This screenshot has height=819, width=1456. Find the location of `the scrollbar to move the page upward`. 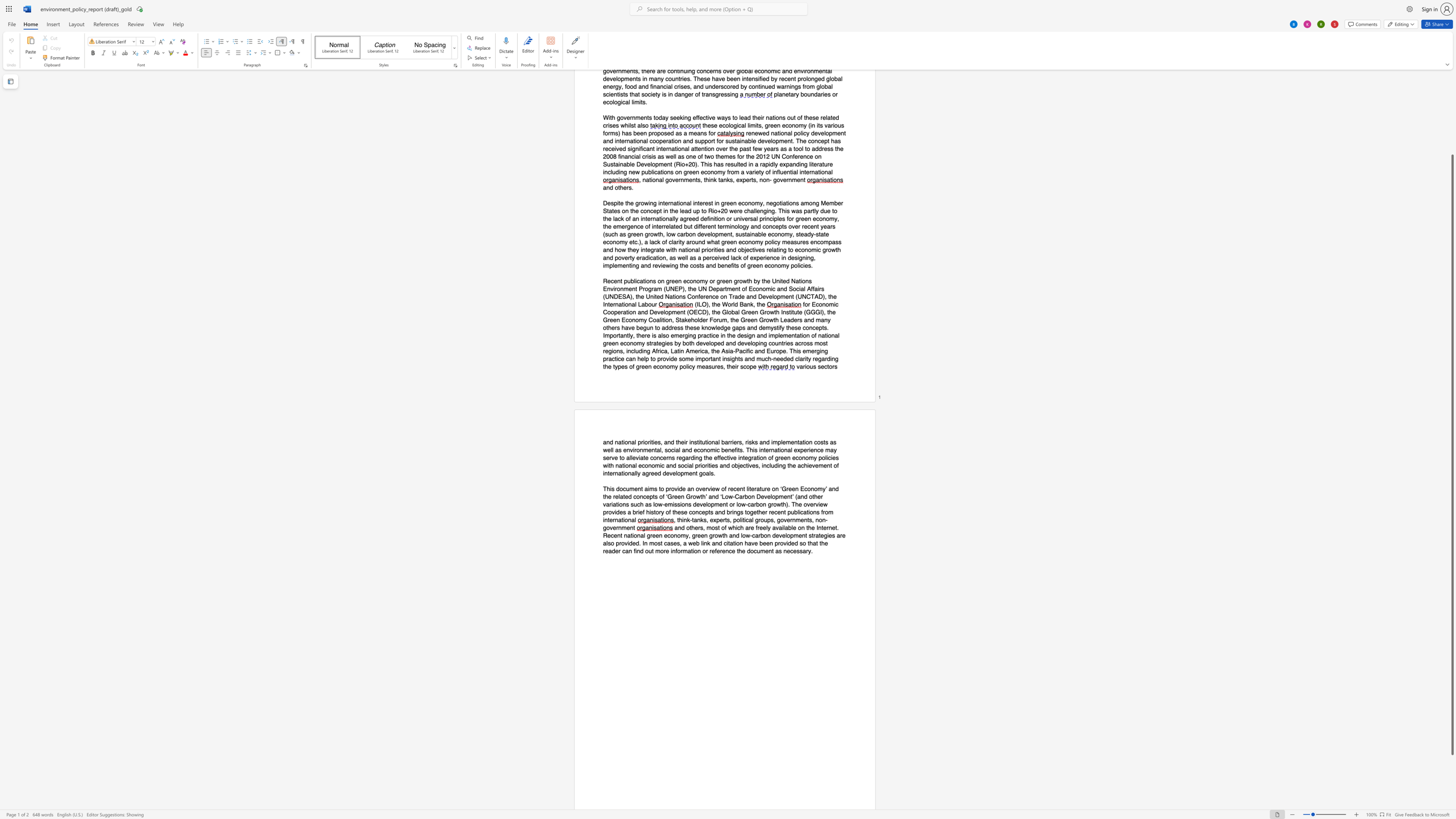

the scrollbar to move the page upward is located at coordinates (1451, 132).